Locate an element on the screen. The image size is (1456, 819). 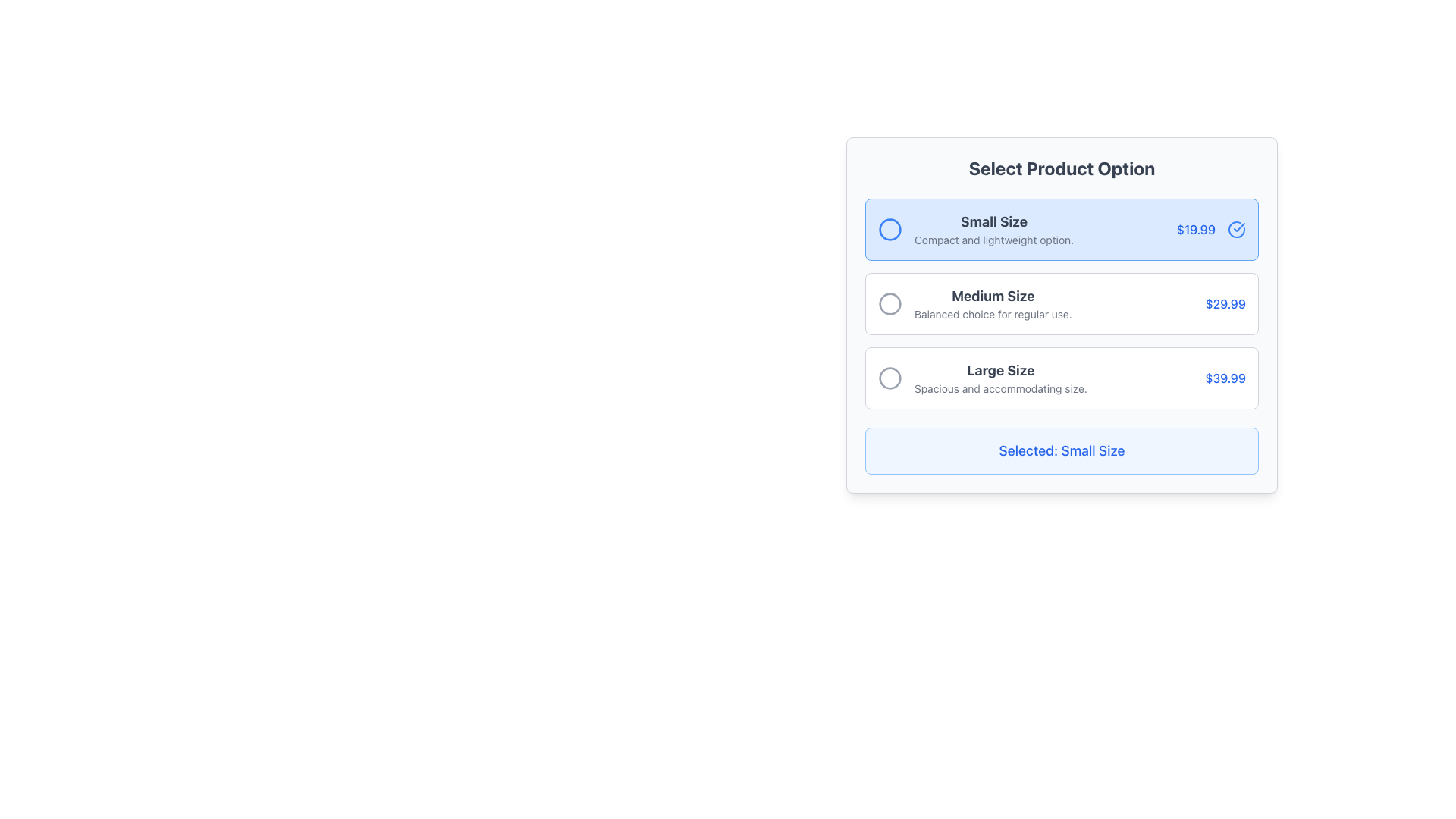
the text 'Compact and lightweight option.' located beneath the 'Small Size' heading within the blue-highlighted product option card is located at coordinates (993, 239).